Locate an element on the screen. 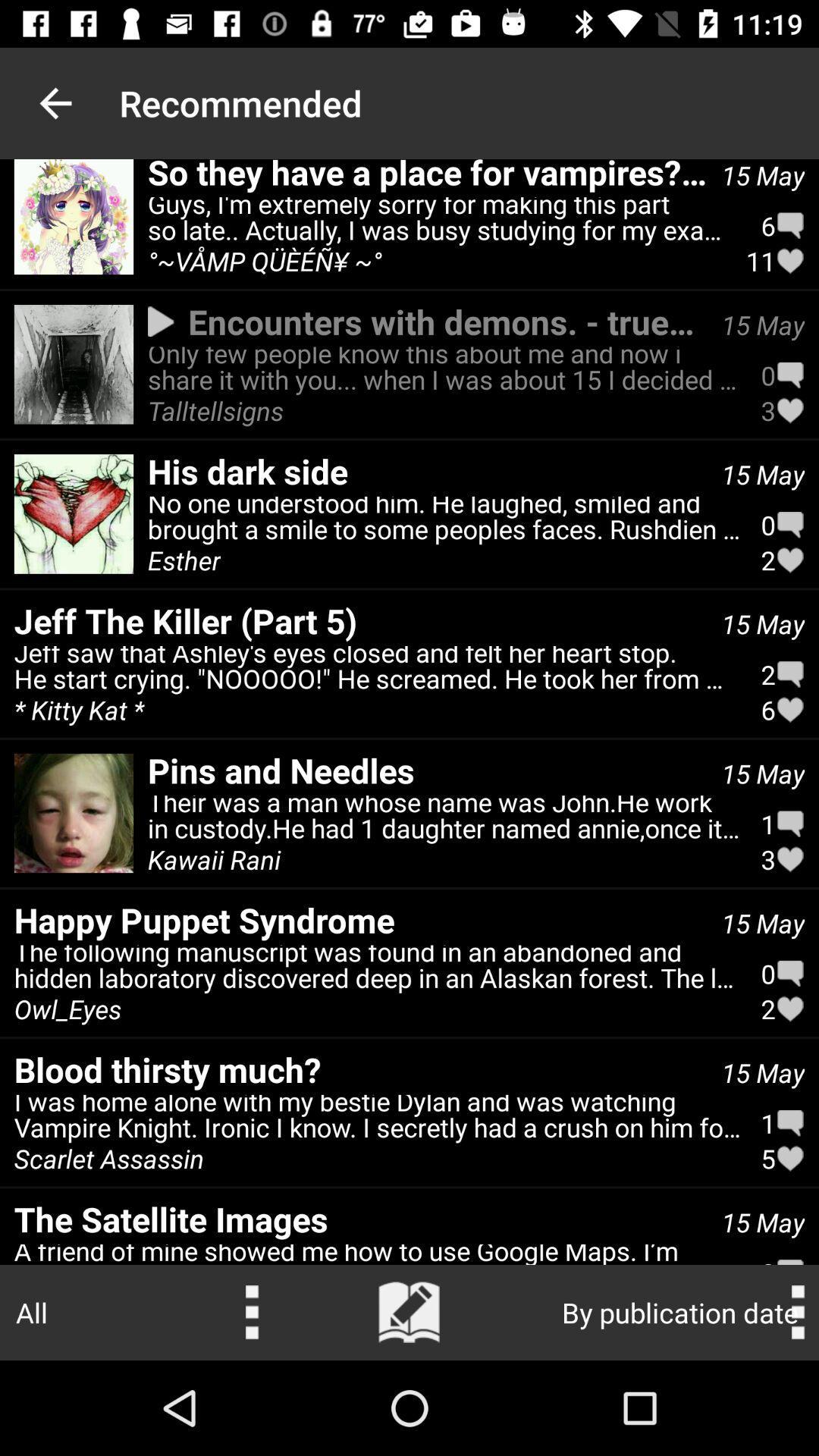 The width and height of the screenshot is (819, 1456). bookmark is located at coordinates (409, 1312).